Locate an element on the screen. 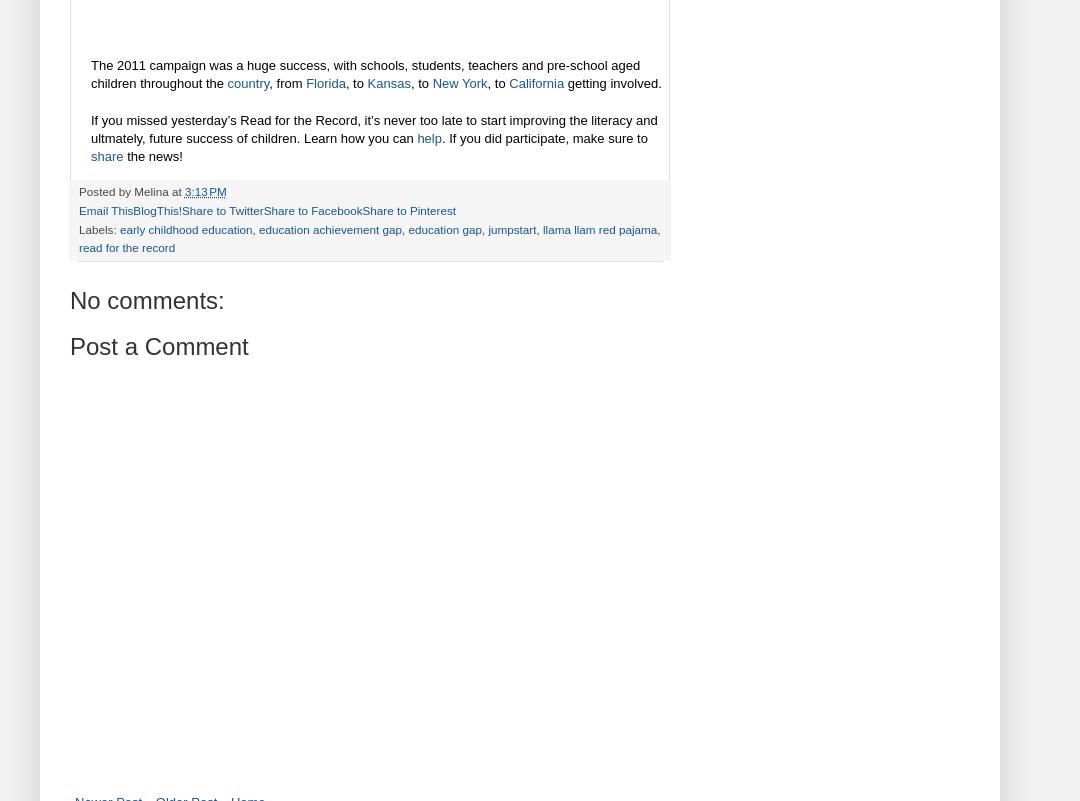  'to' is located at coordinates (499, 83).